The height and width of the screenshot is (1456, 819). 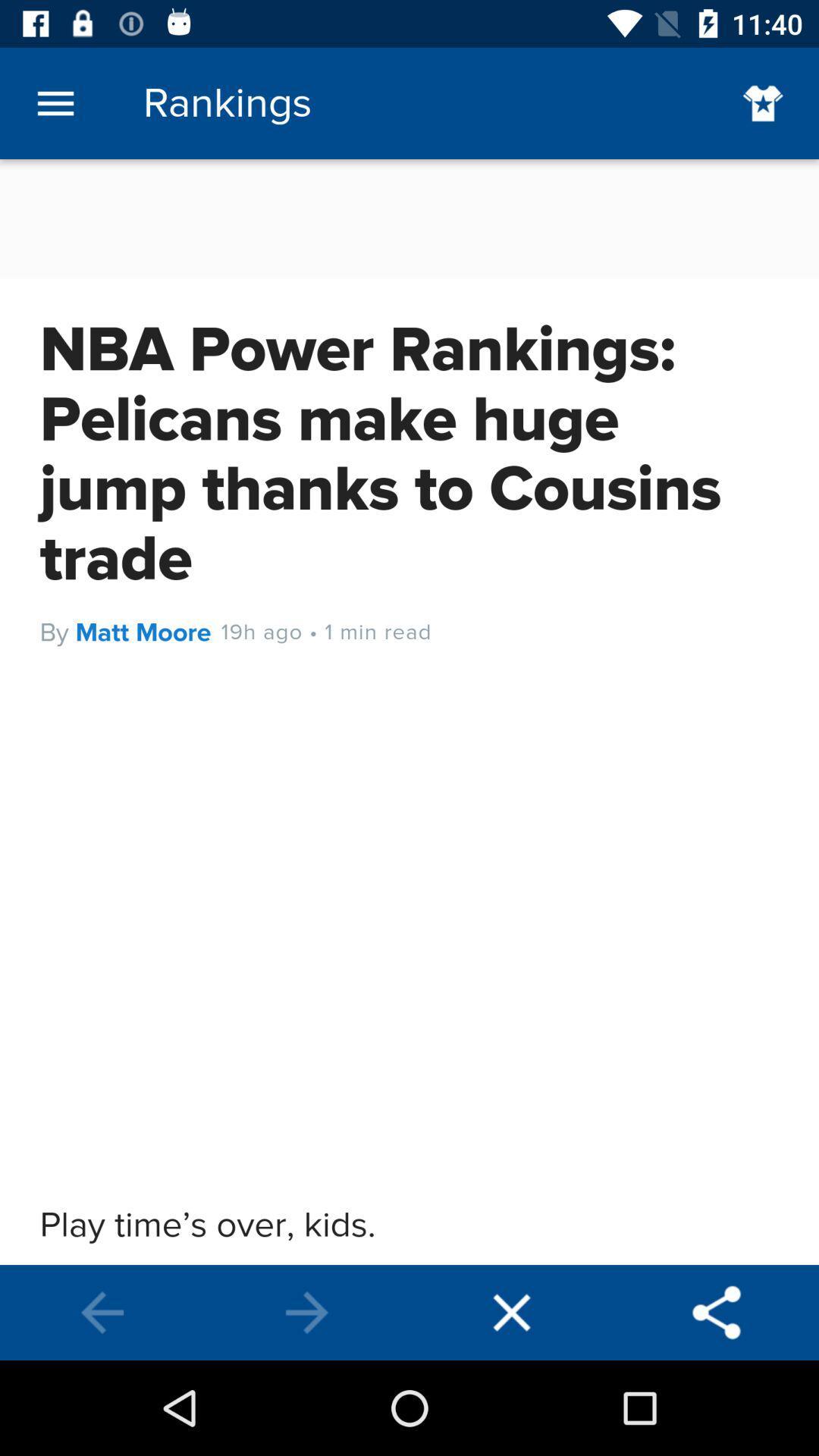 I want to click on page, so click(x=512, y=1312).